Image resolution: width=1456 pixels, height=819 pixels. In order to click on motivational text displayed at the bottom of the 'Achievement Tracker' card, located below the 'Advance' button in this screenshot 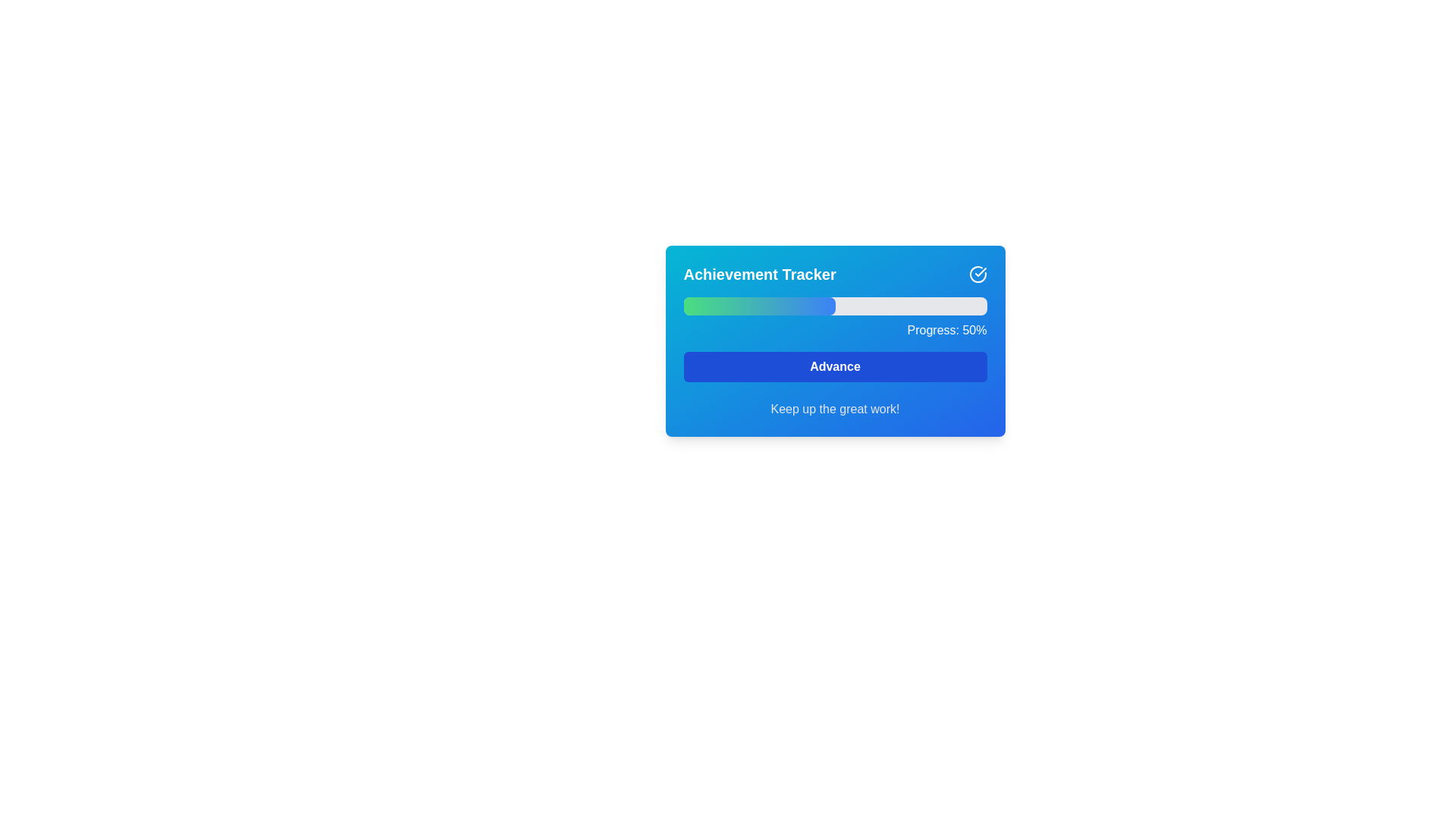, I will do `click(834, 409)`.